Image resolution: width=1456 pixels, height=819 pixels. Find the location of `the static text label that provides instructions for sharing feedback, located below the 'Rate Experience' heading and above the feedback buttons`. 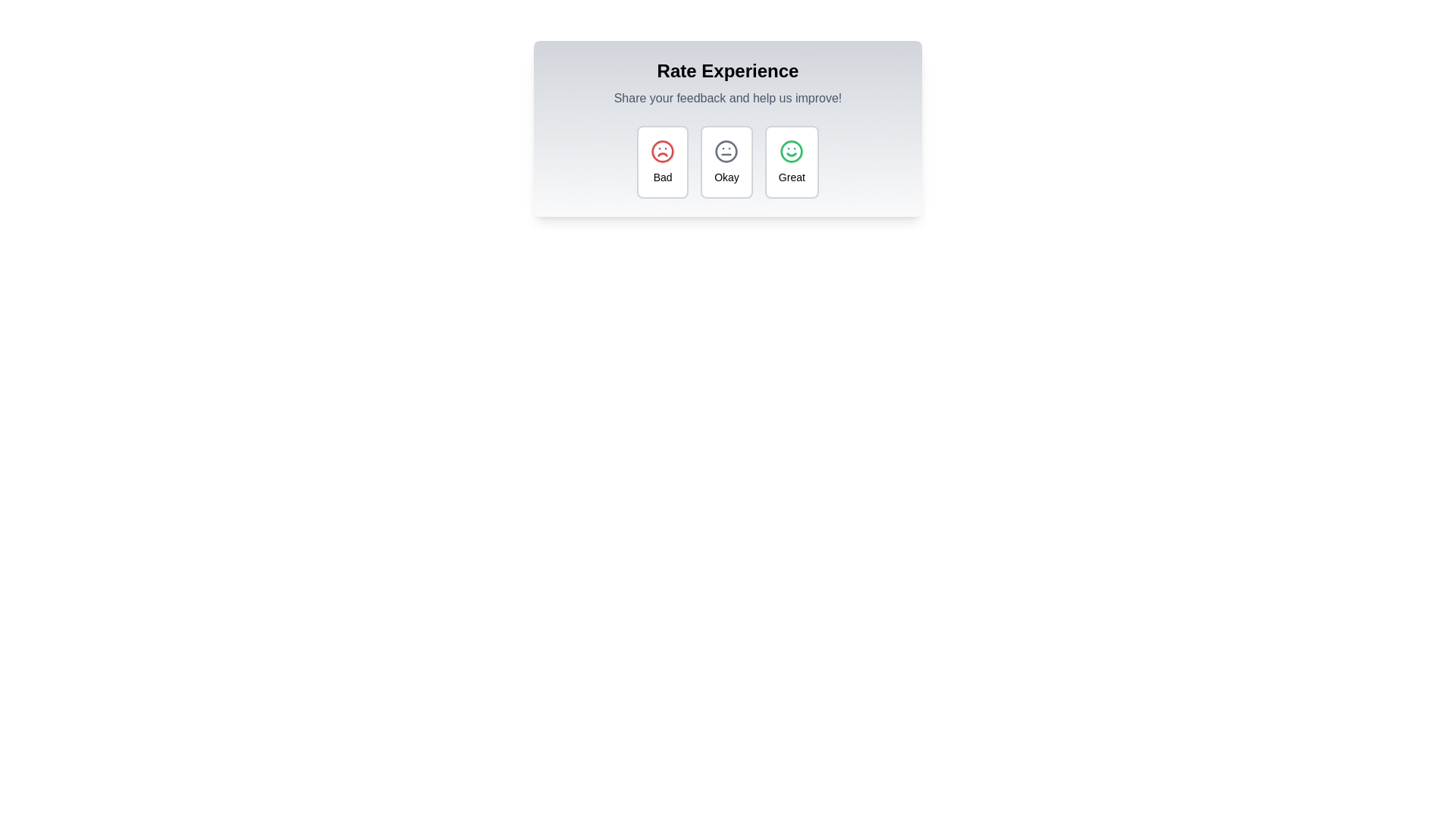

the static text label that provides instructions for sharing feedback, located below the 'Rate Experience' heading and above the feedback buttons is located at coordinates (728, 99).